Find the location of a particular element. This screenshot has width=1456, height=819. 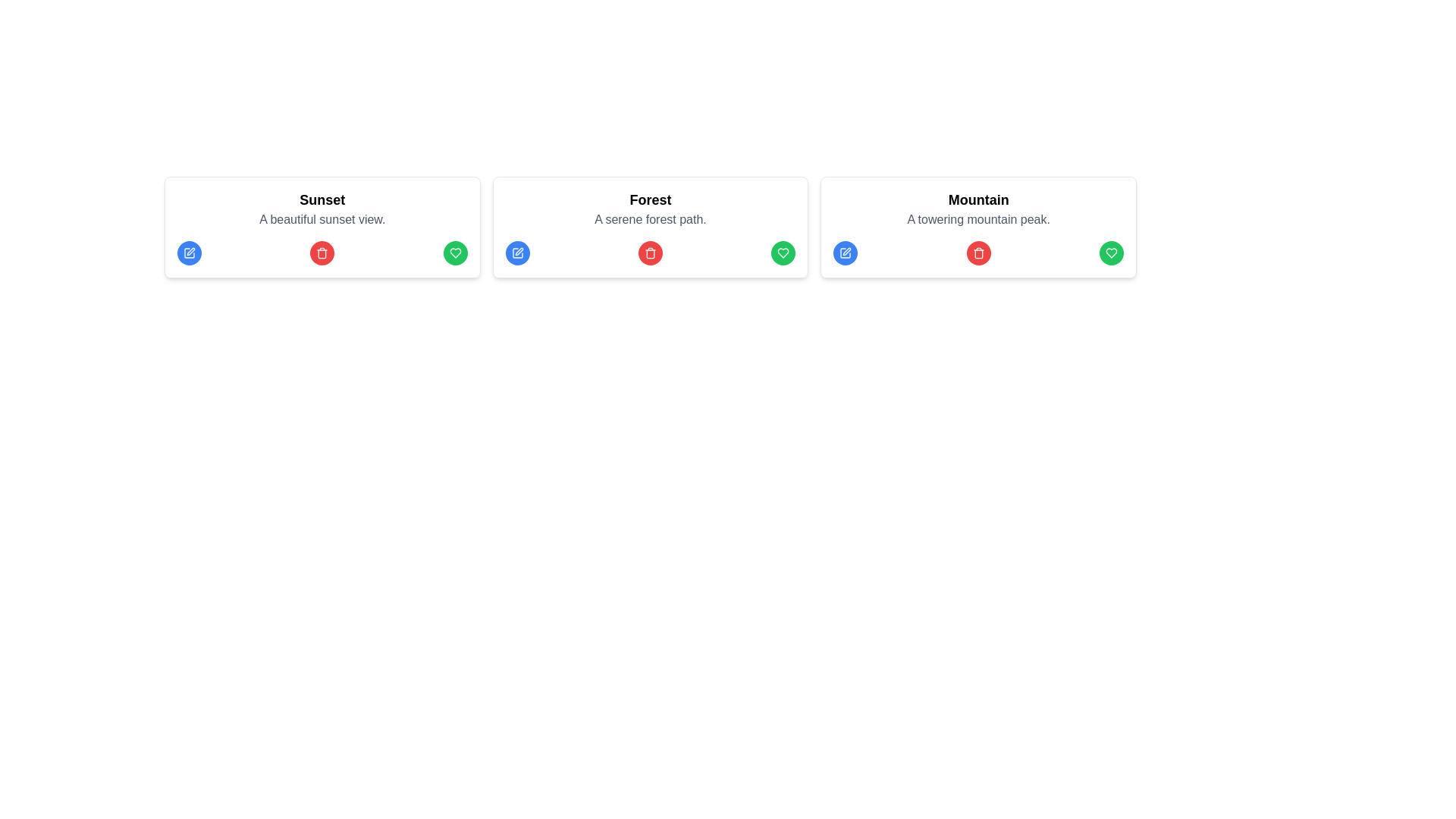

the heart-shaped icon button with a green border located in the 'Forest' section is located at coordinates (454, 253).